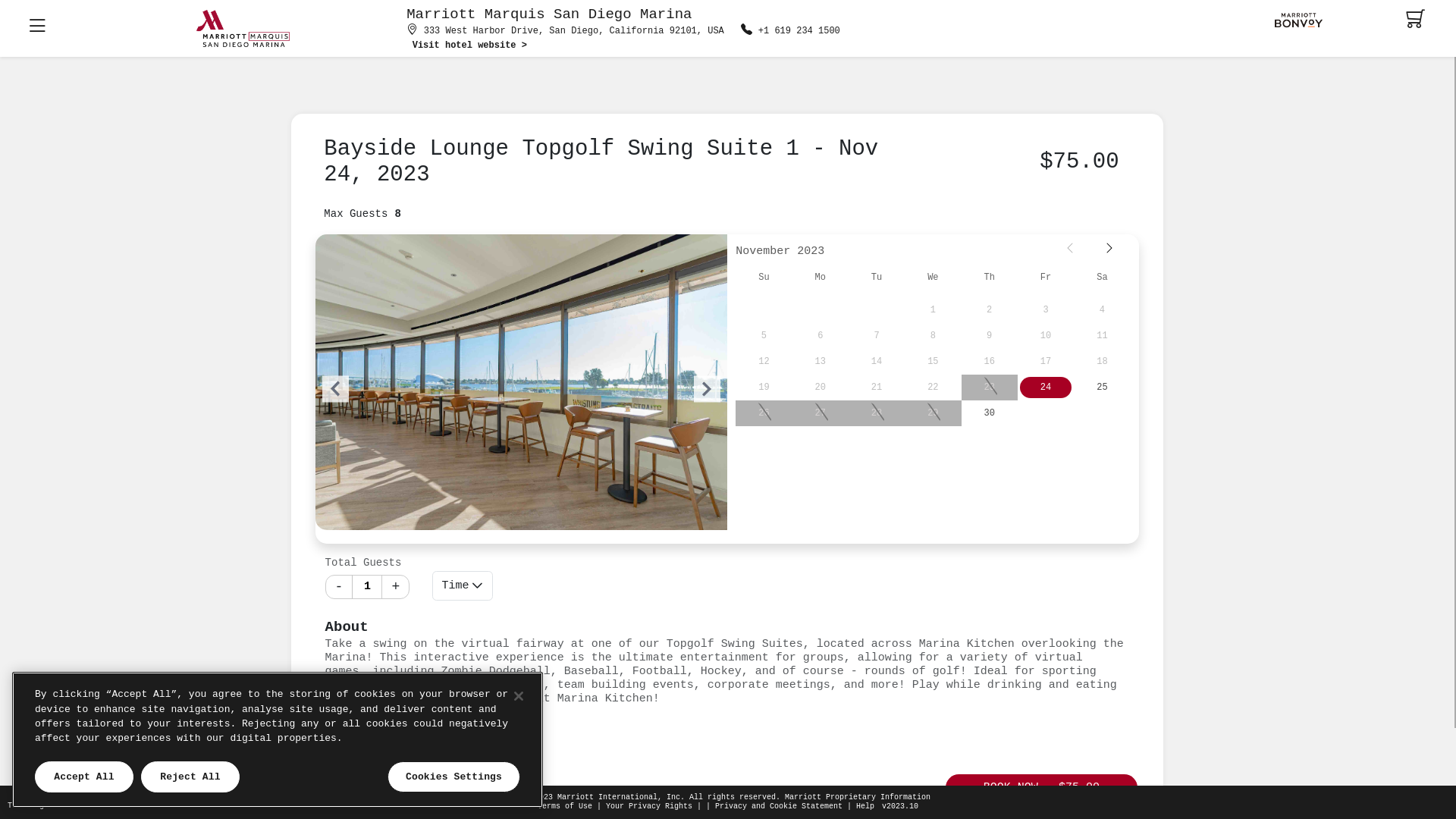  Describe the element at coordinates (648, 805) in the screenshot. I see `'Your Privacy Rights'` at that location.